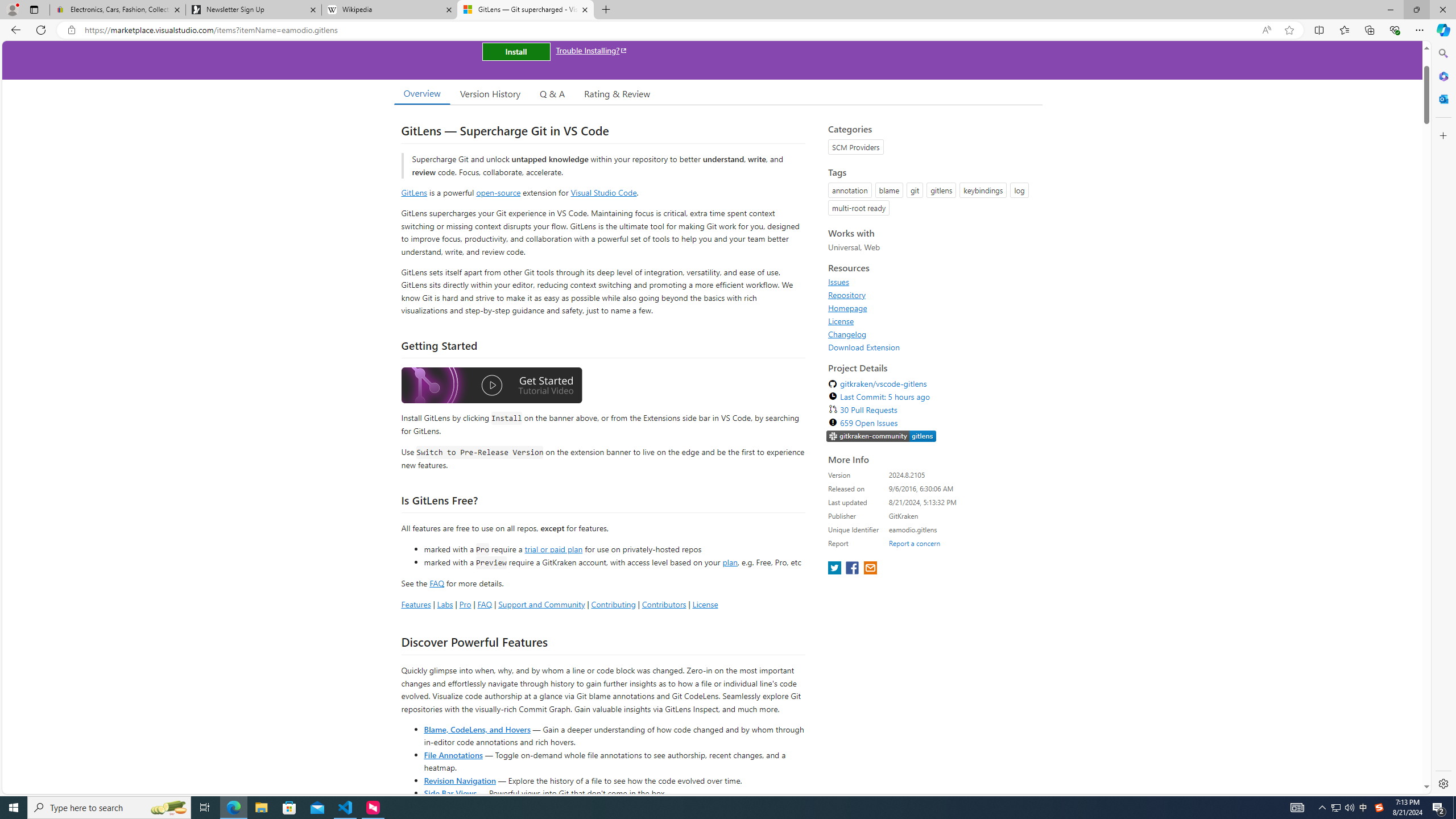 The height and width of the screenshot is (819, 1456). What do you see at coordinates (932, 320) in the screenshot?
I see `'License'` at bounding box center [932, 320].